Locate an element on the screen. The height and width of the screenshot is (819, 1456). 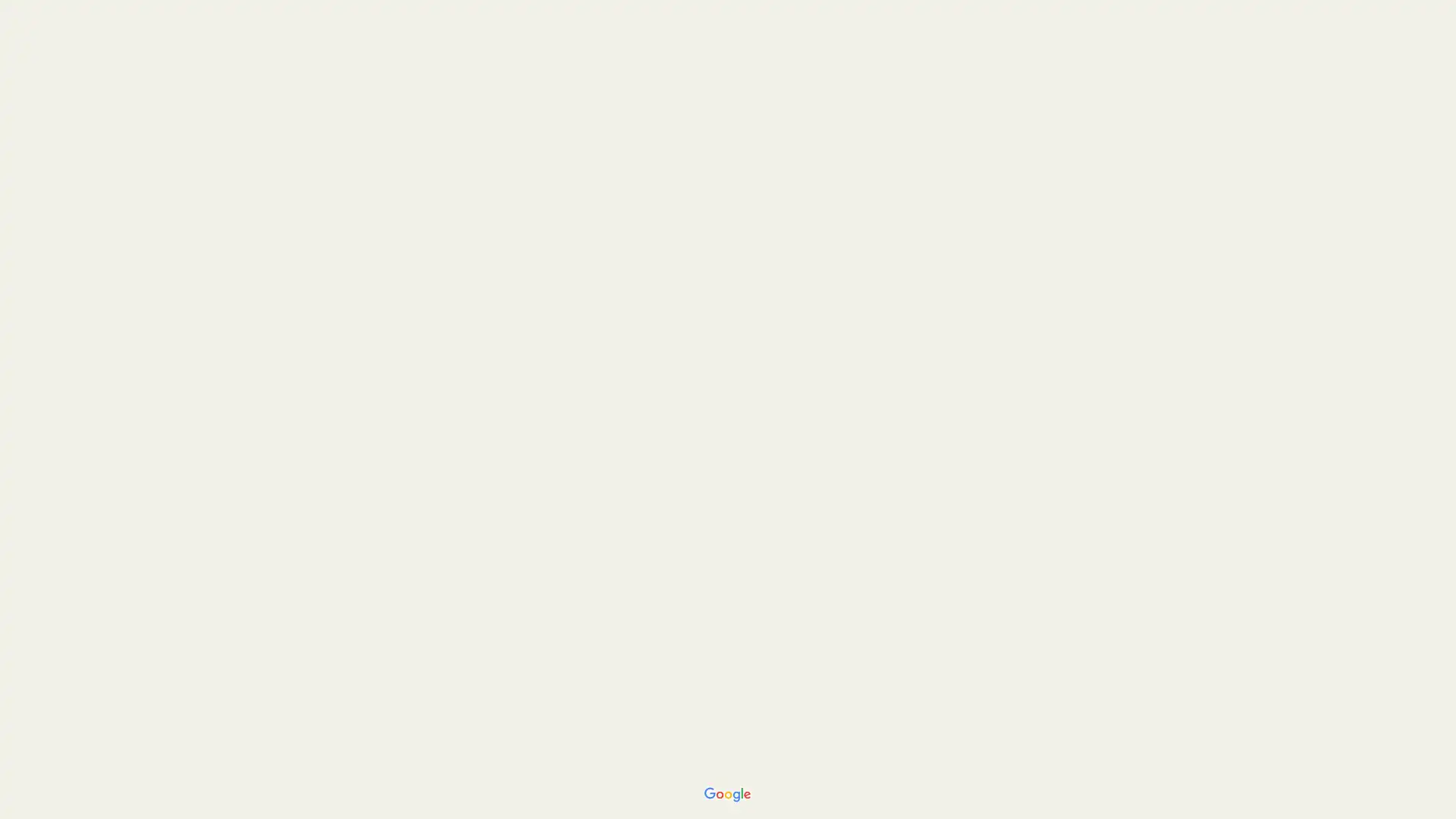
Share Grunberger Str. 65 is located at coordinates (265, 304).